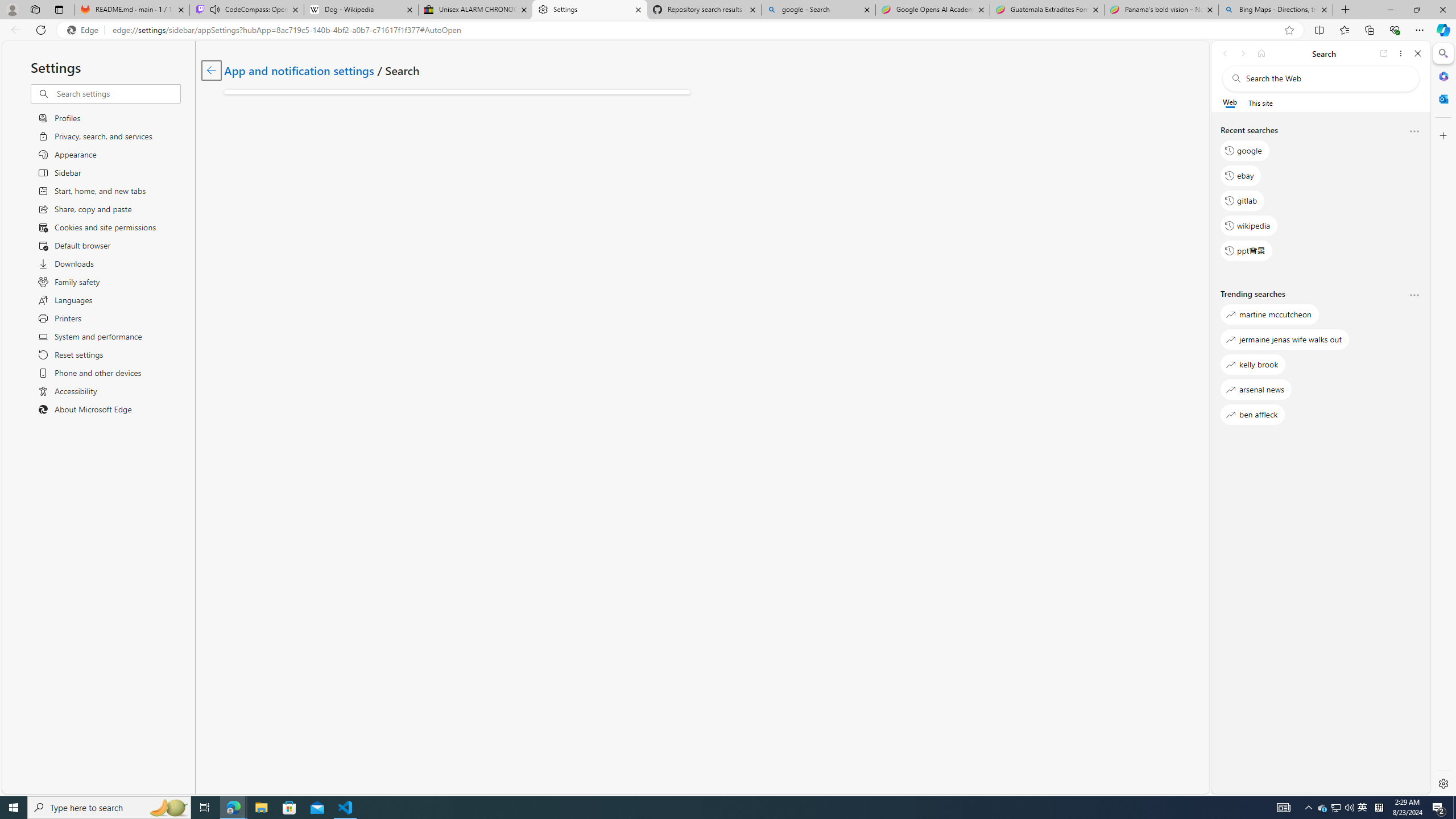  What do you see at coordinates (299, 69) in the screenshot?
I see `'App and notification settings'` at bounding box center [299, 69].